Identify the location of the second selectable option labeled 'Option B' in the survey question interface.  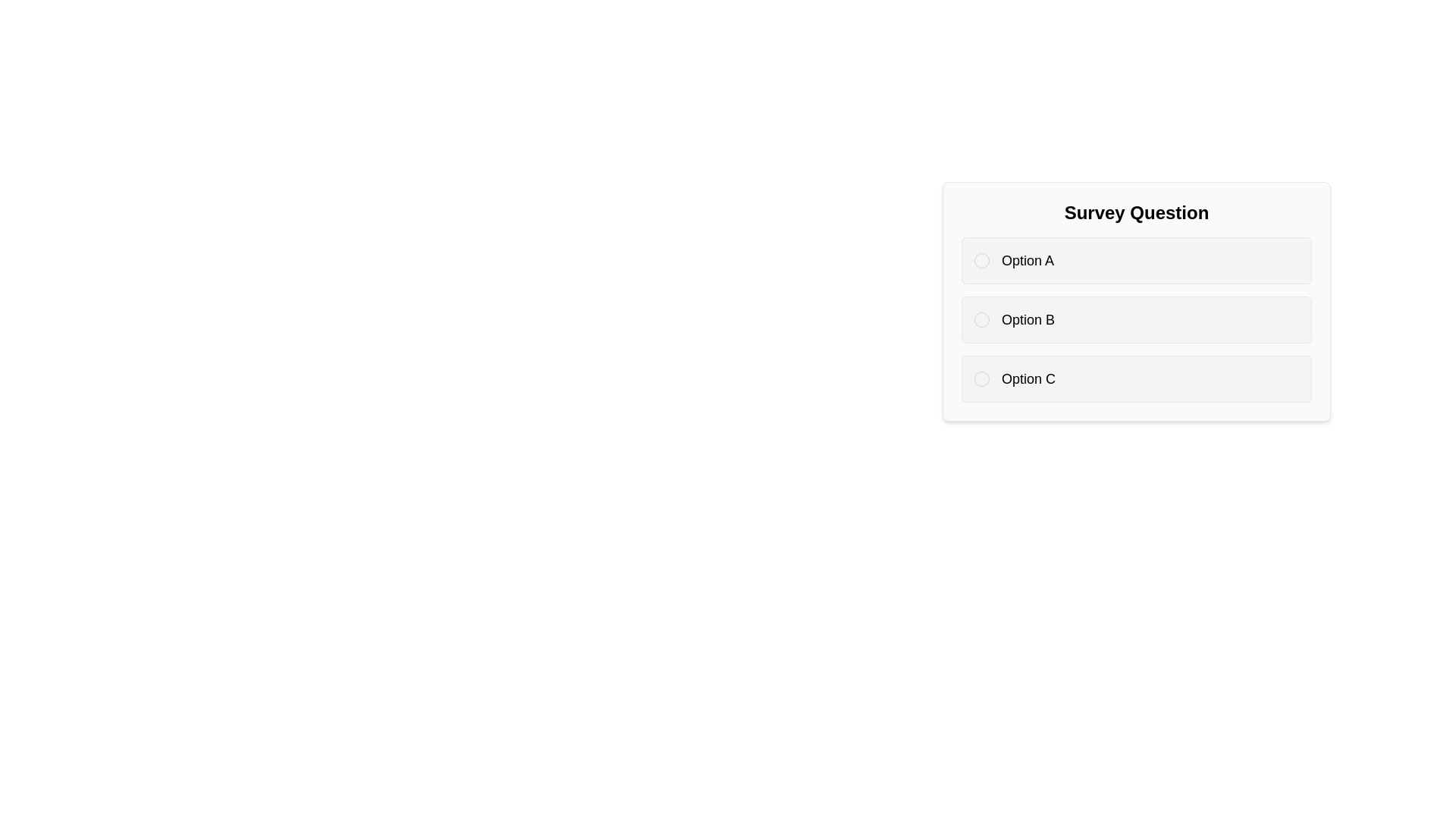
(1136, 318).